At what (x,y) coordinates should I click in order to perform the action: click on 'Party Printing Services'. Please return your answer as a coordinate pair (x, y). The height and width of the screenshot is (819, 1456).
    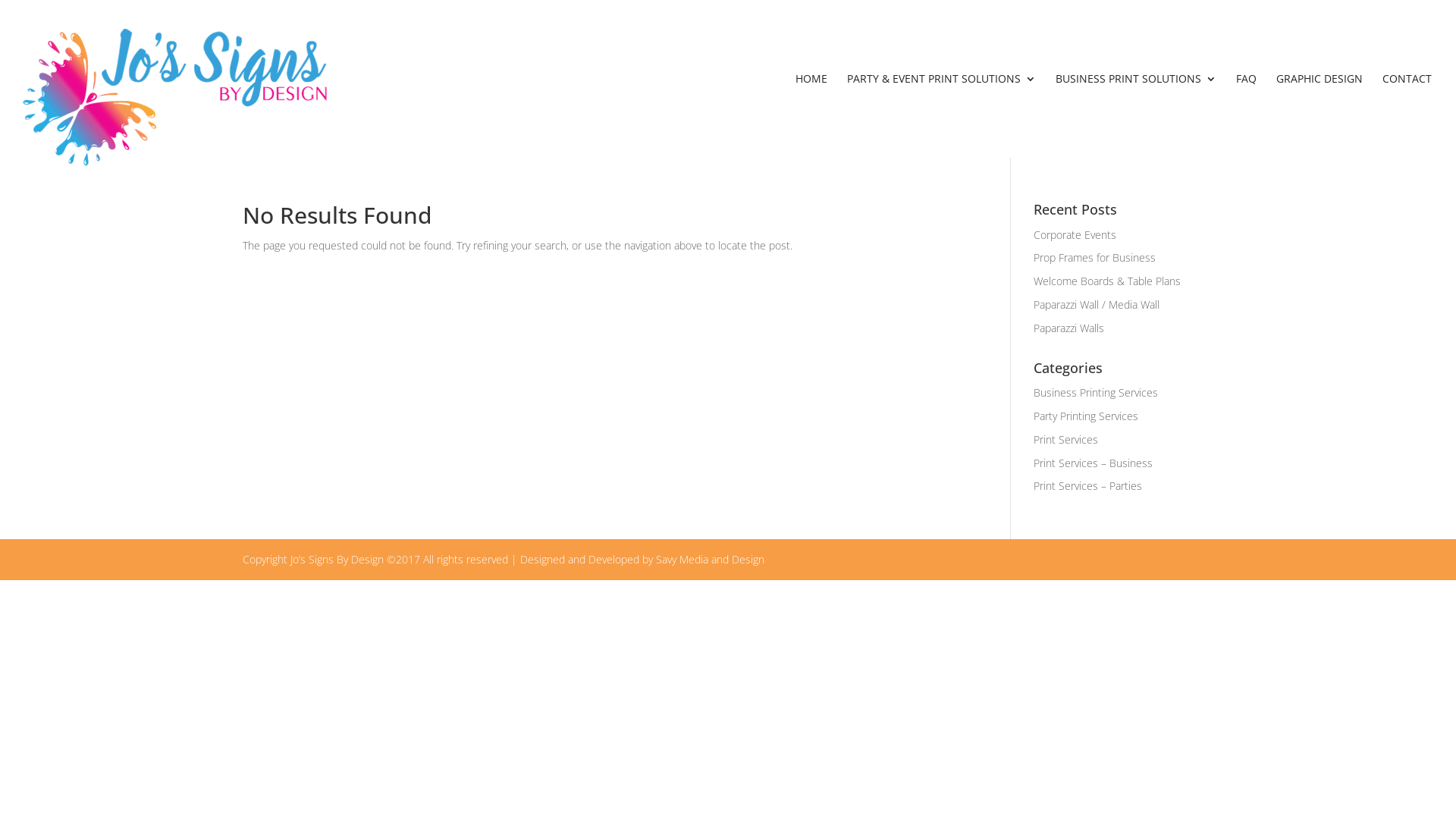
    Looking at the image, I should click on (1084, 416).